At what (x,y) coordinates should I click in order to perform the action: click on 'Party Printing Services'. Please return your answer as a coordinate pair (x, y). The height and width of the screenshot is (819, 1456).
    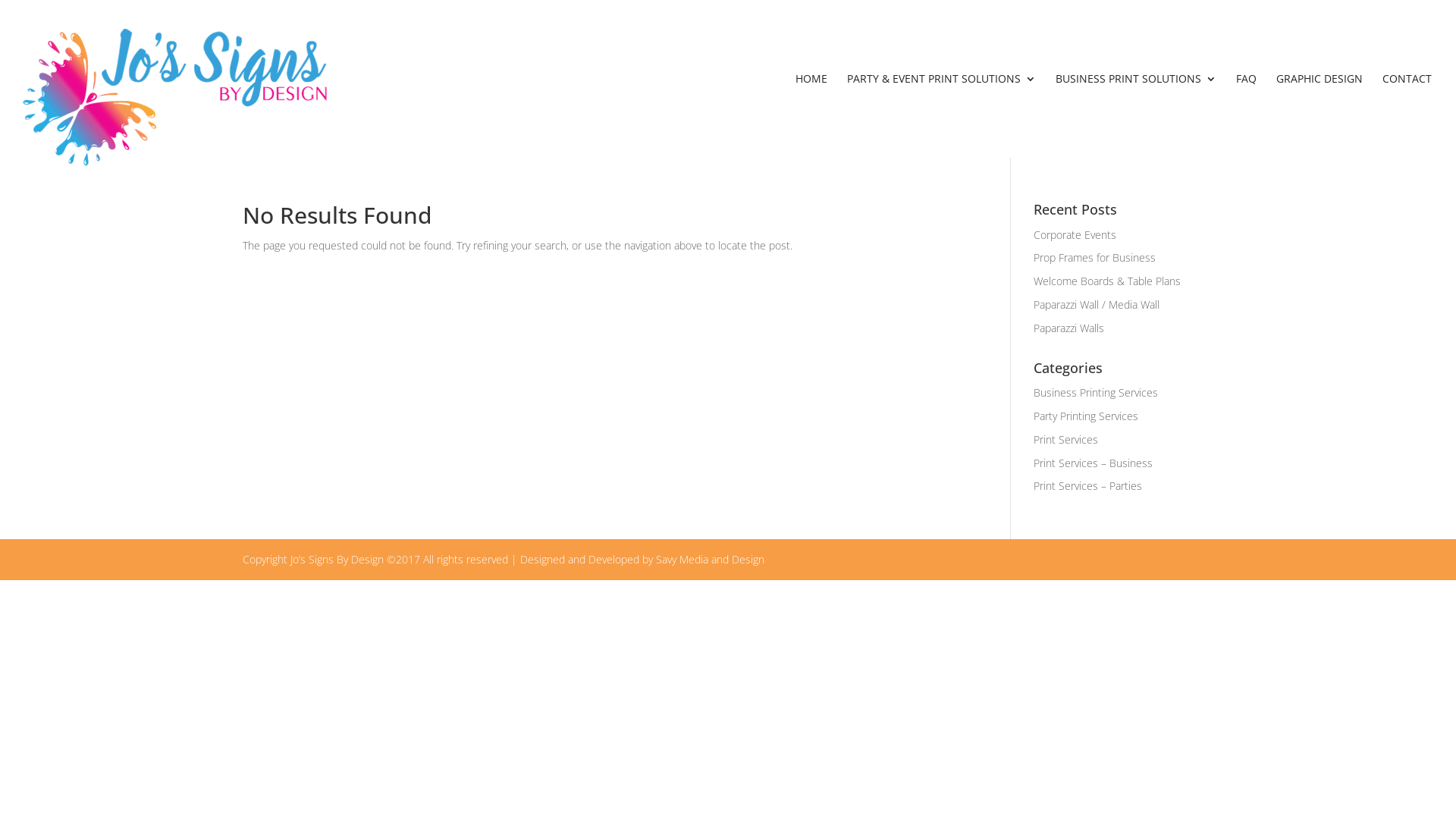
    Looking at the image, I should click on (1084, 416).